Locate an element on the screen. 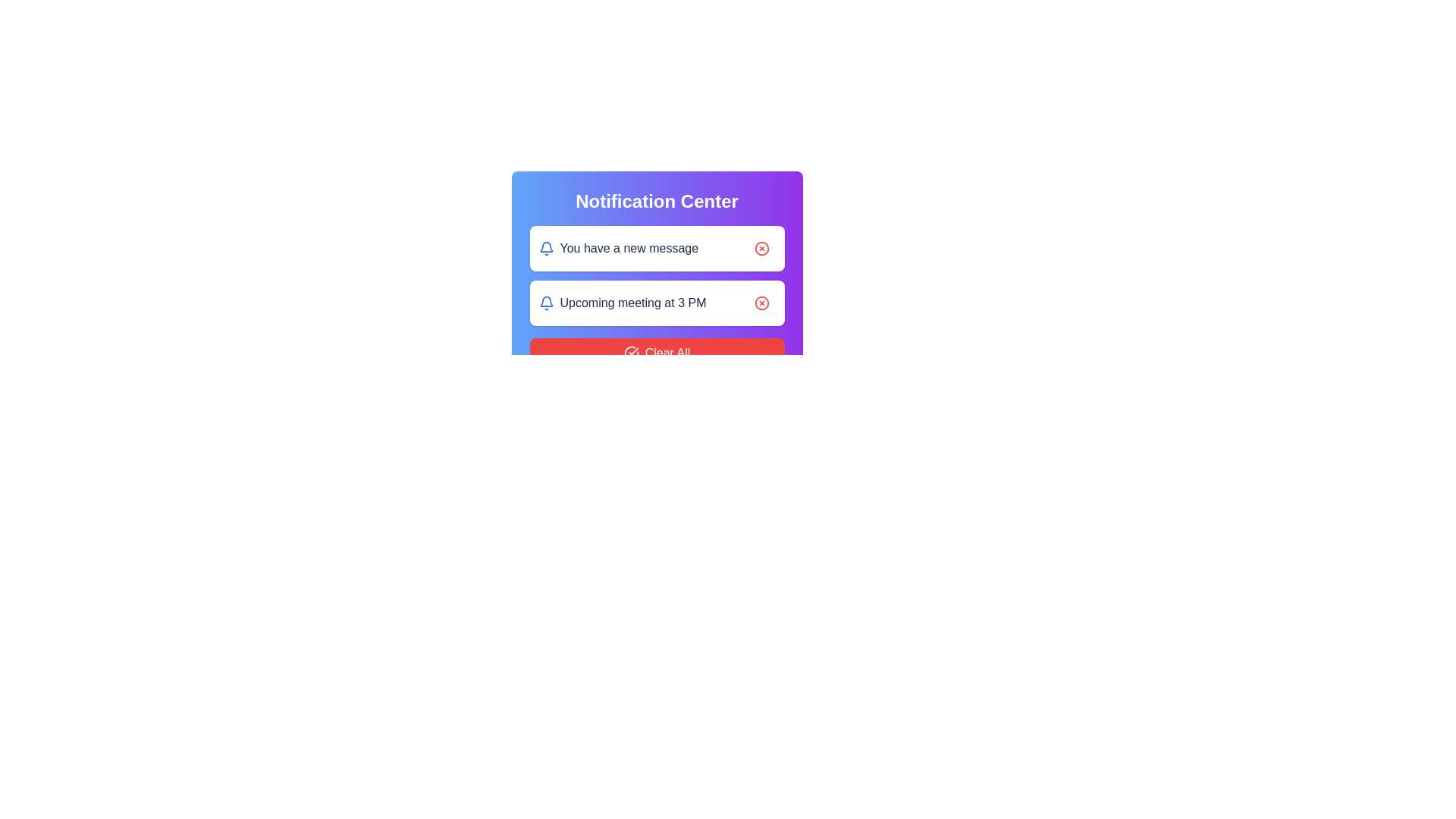 Image resolution: width=1456 pixels, height=819 pixels. the icon representing the graphical feedback associated with the 'Clear All' button, which is located at the bottom-center of the button is located at coordinates (631, 353).